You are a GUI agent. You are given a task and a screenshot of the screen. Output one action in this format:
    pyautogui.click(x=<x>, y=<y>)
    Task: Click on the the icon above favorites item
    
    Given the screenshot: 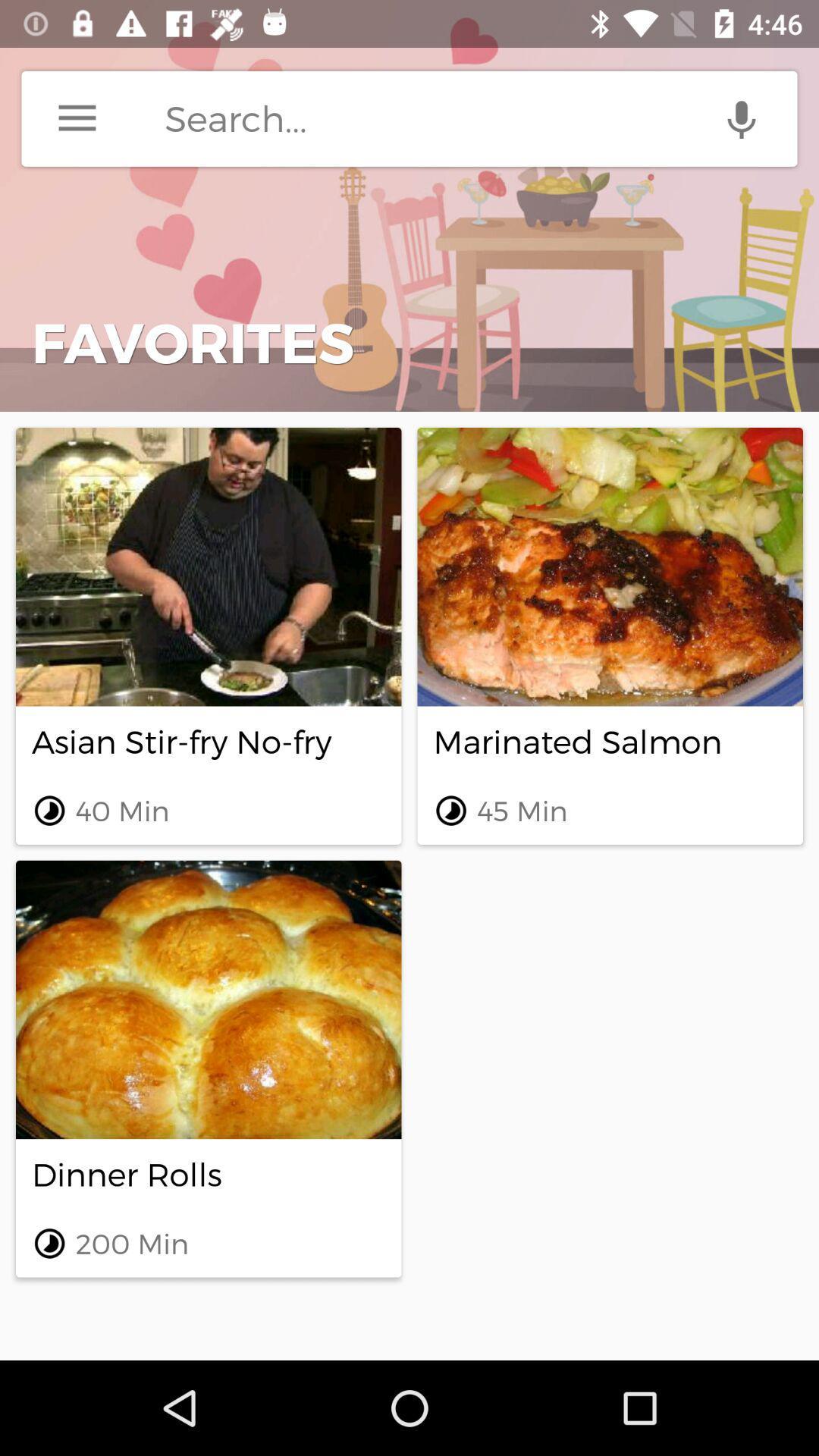 What is the action you would take?
    pyautogui.click(x=77, y=118)
    